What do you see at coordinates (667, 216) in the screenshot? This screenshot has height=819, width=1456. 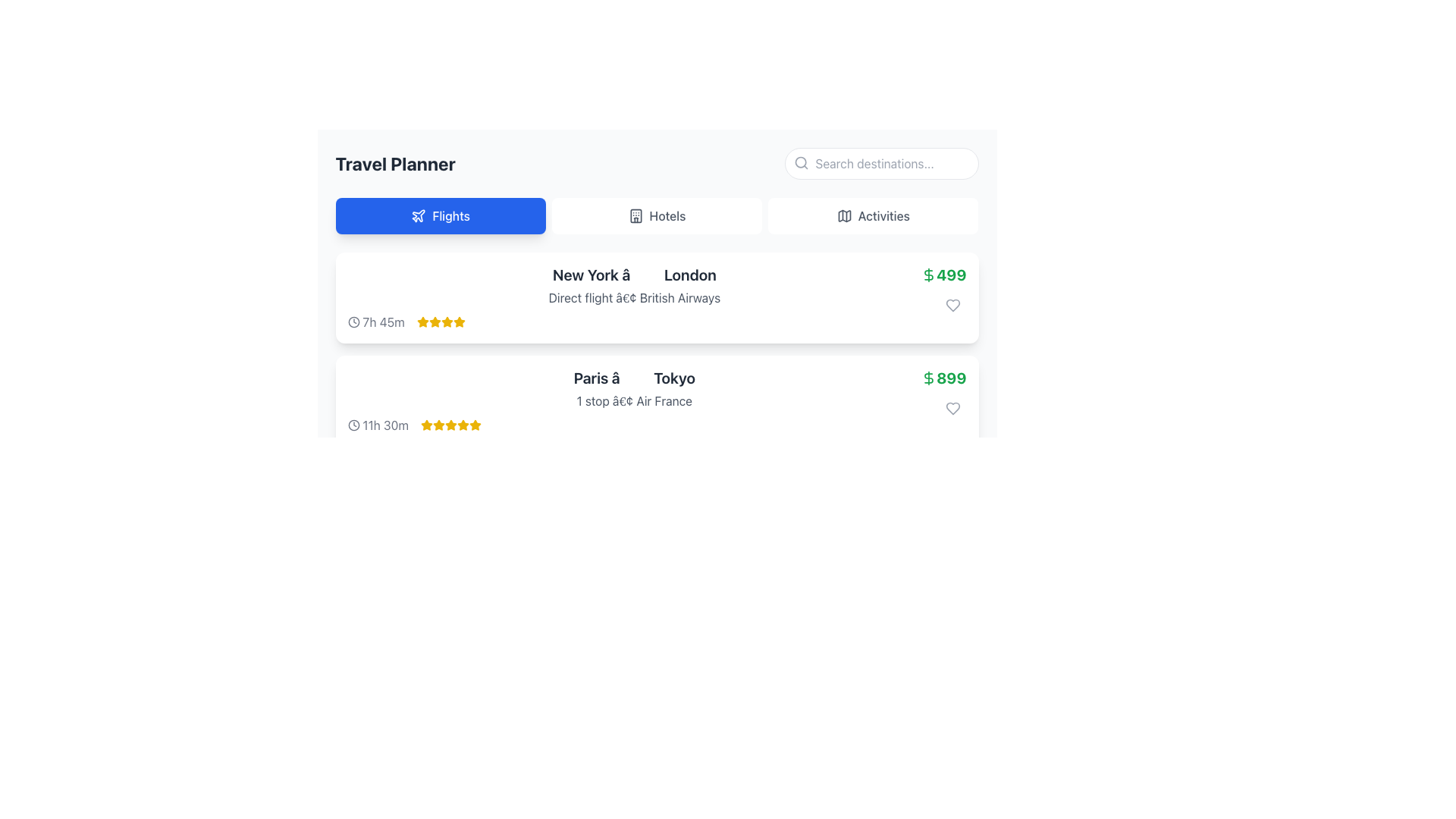 I see `the 'Hotels' text label in the navigation bar, which is marked in blue and positioned centrally between 'Flights' and 'Activities'` at bounding box center [667, 216].